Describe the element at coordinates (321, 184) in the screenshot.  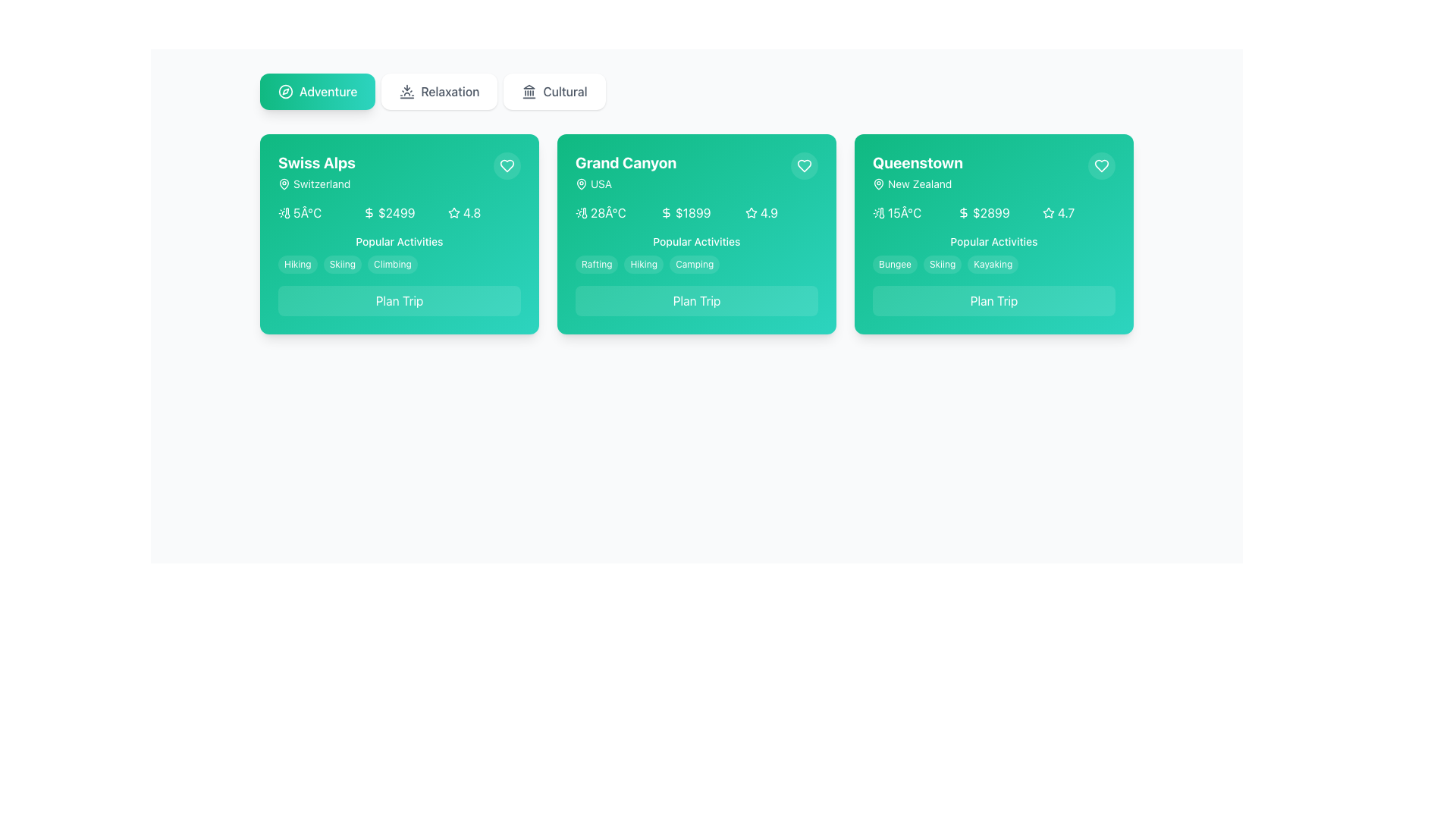
I see `the Text label indicating the country associated with the card's content, which follows the pin-shaped icon and is part of the 'Swiss Alps' card in the first column of a three-column layout` at that location.